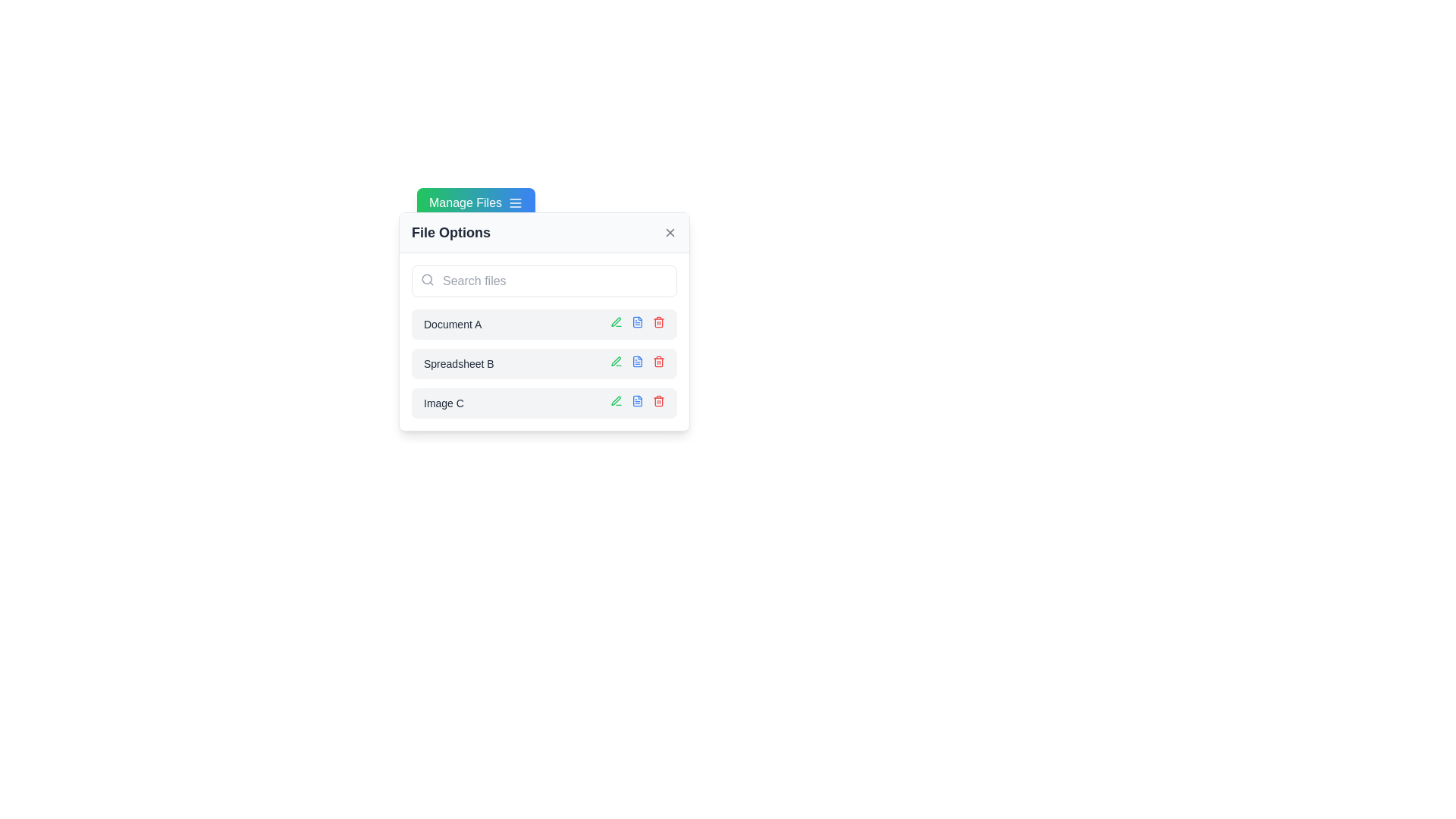  I want to click on the interactive menu toggle icon, so click(516, 202).